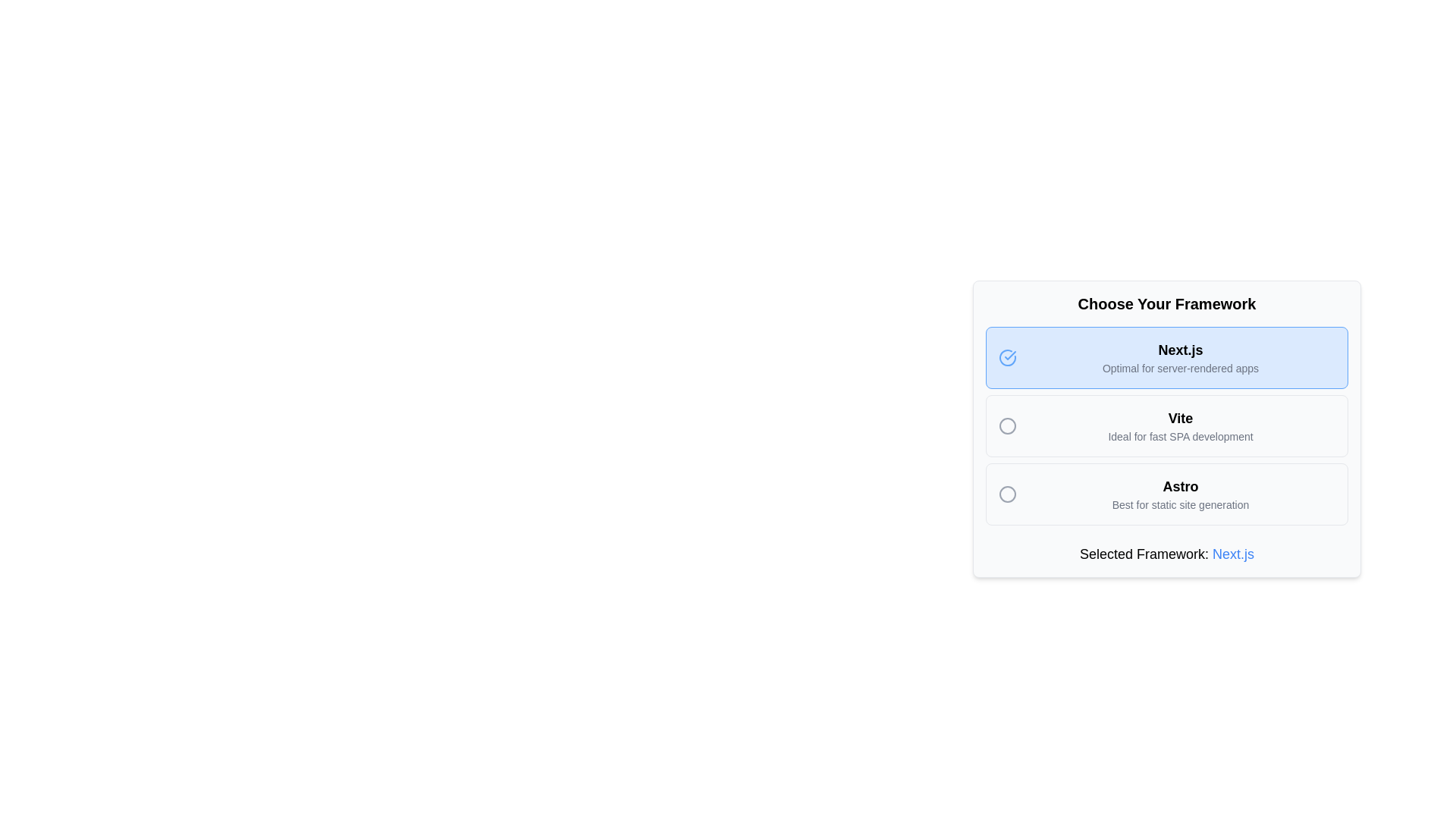  What do you see at coordinates (1179, 369) in the screenshot?
I see `the descriptive text label for the 'Next.js' option in the framework selection interface, located directly below its heading in the selectable list` at bounding box center [1179, 369].